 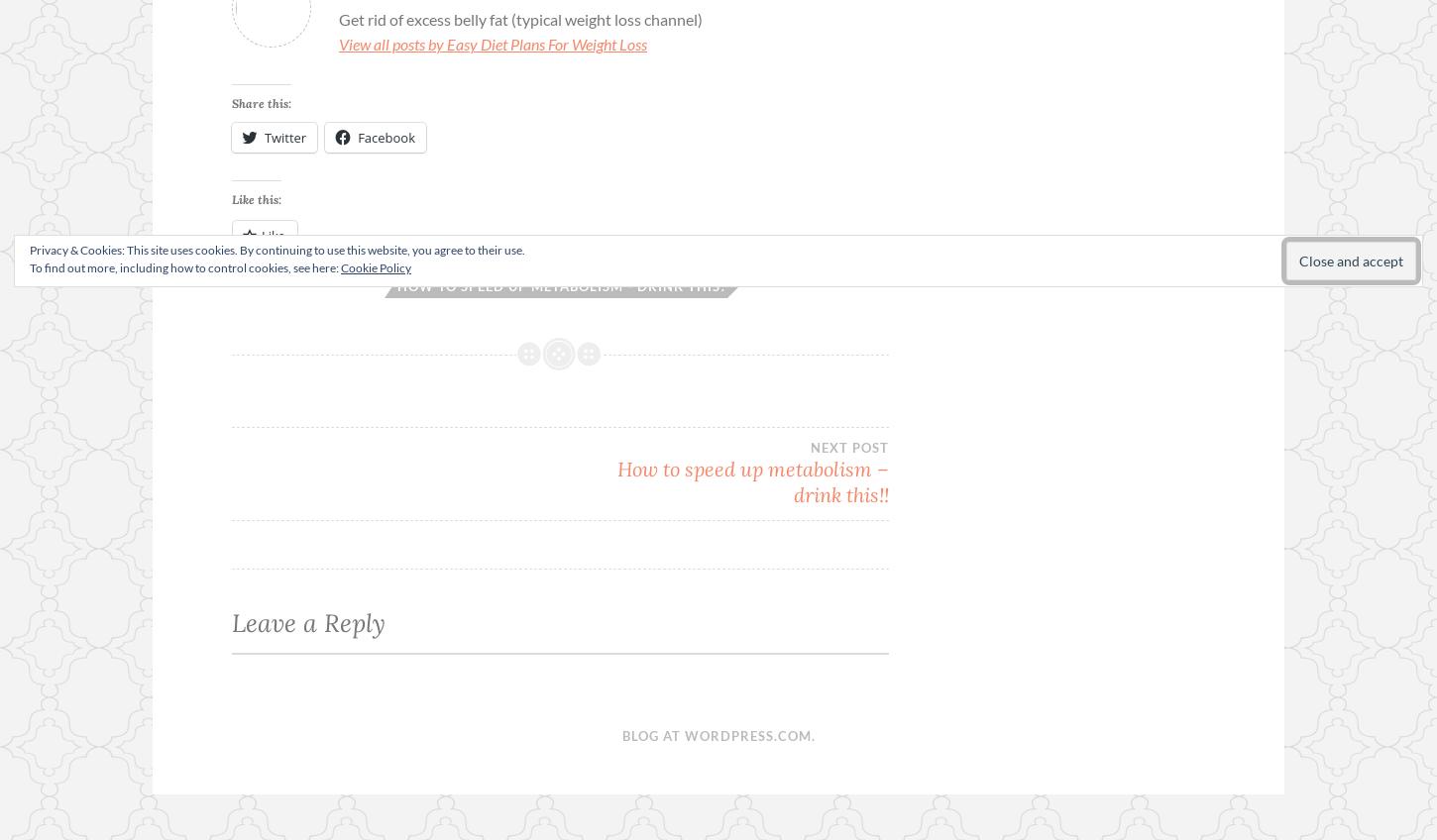 What do you see at coordinates (276, 249) in the screenshot?
I see `'Privacy & Cookies: This site uses cookies. By continuing to use this website, you agree to their use.'` at bounding box center [276, 249].